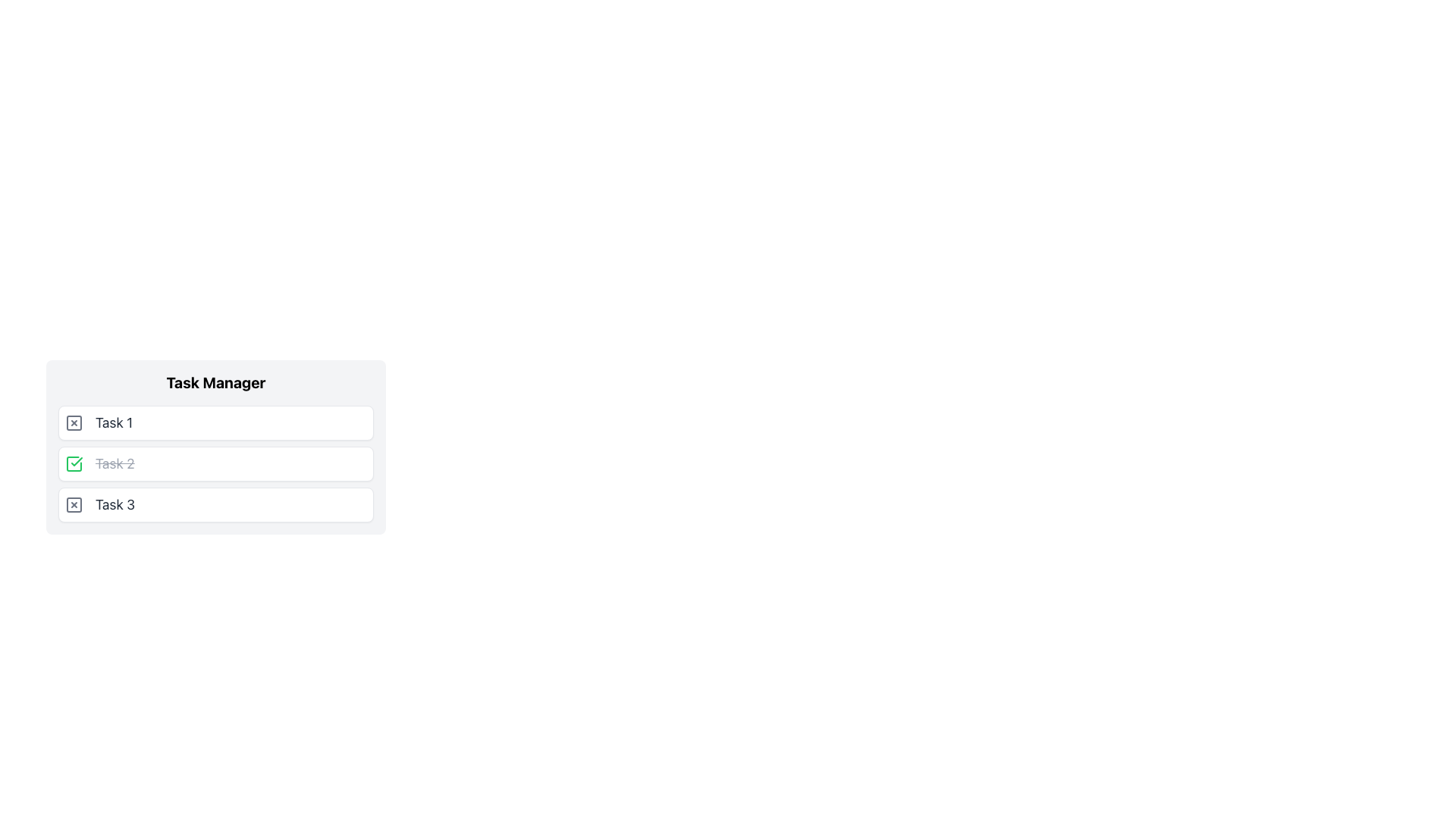 The width and height of the screenshot is (1456, 819). What do you see at coordinates (115, 505) in the screenshot?
I see `the text label displaying 'Task 3' located at the bottom of the task list in the task management interface` at bounding box center [115, 505].